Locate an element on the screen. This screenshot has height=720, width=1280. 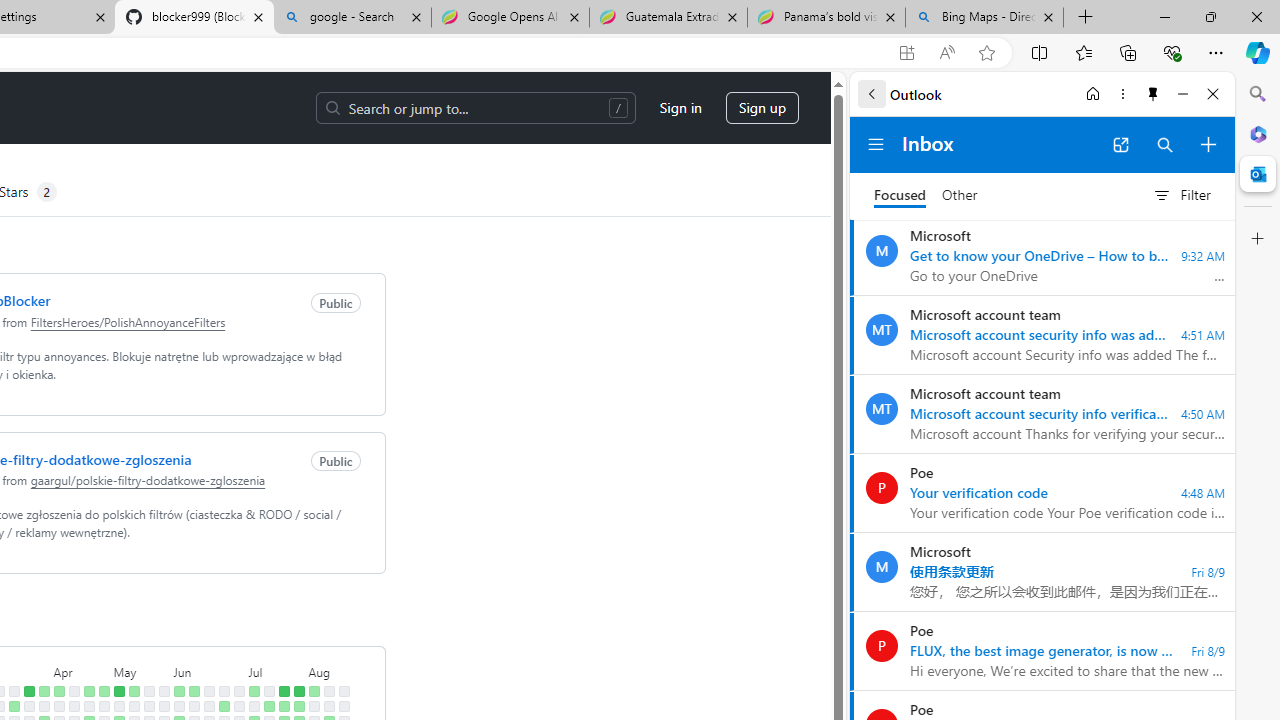
'Close' is located at coordinates (1212, 93).